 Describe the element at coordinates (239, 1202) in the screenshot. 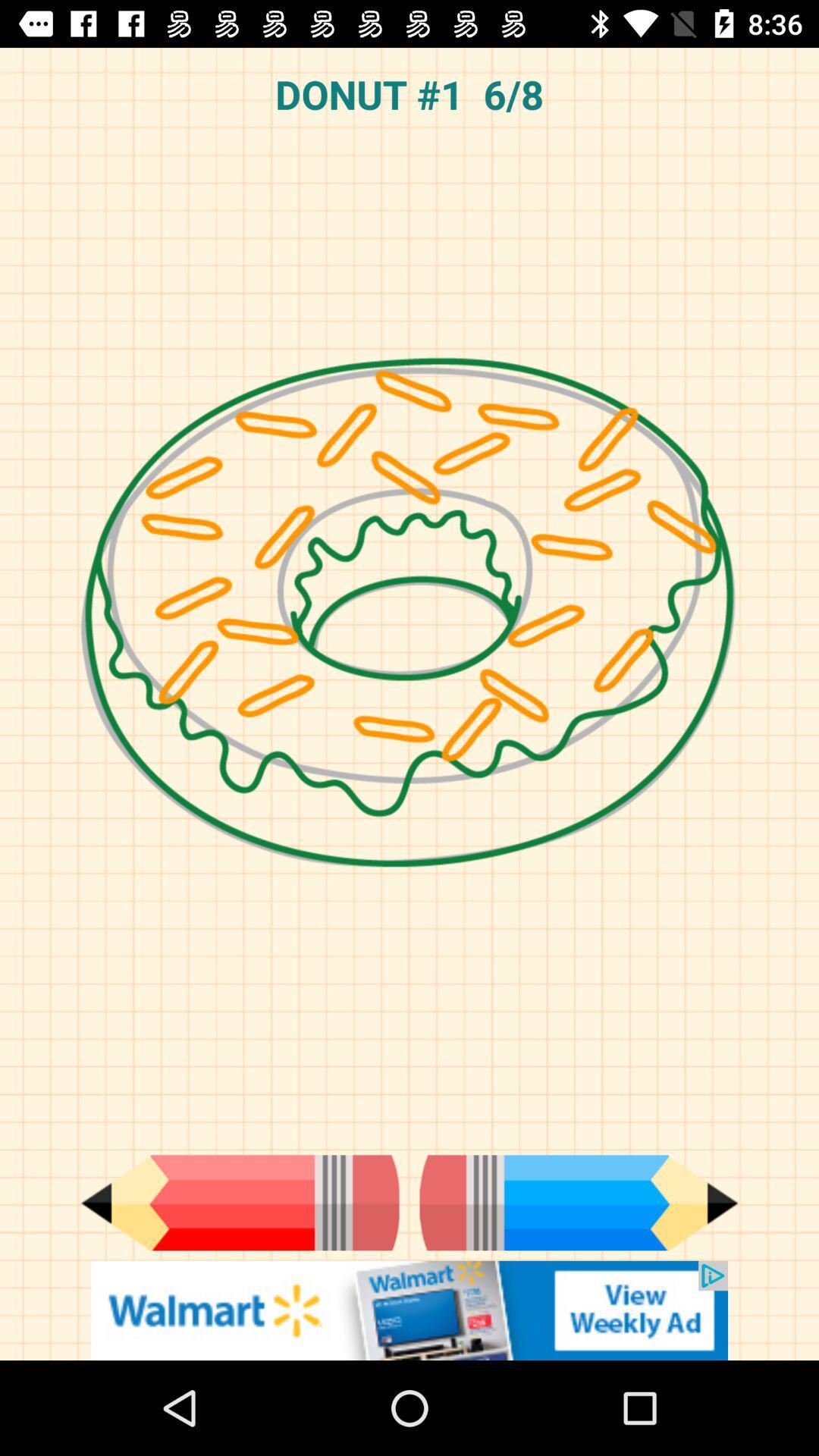

I see `back` at that location.